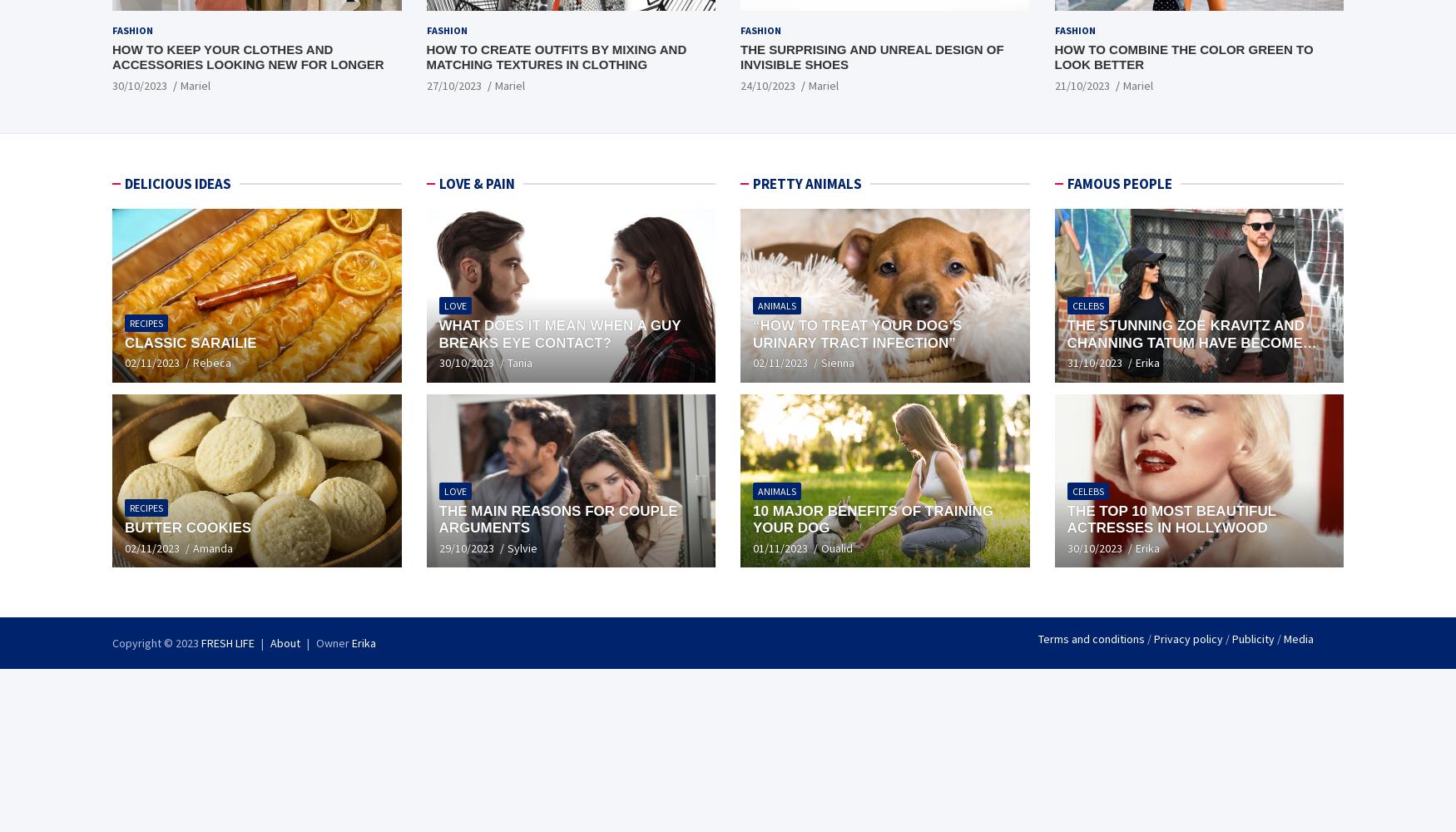 This screenshot has width=1456, height=832. I want to click on 'How to Create Outfits by Mixing and Matching Textures in Clothing', so click(555, 56).